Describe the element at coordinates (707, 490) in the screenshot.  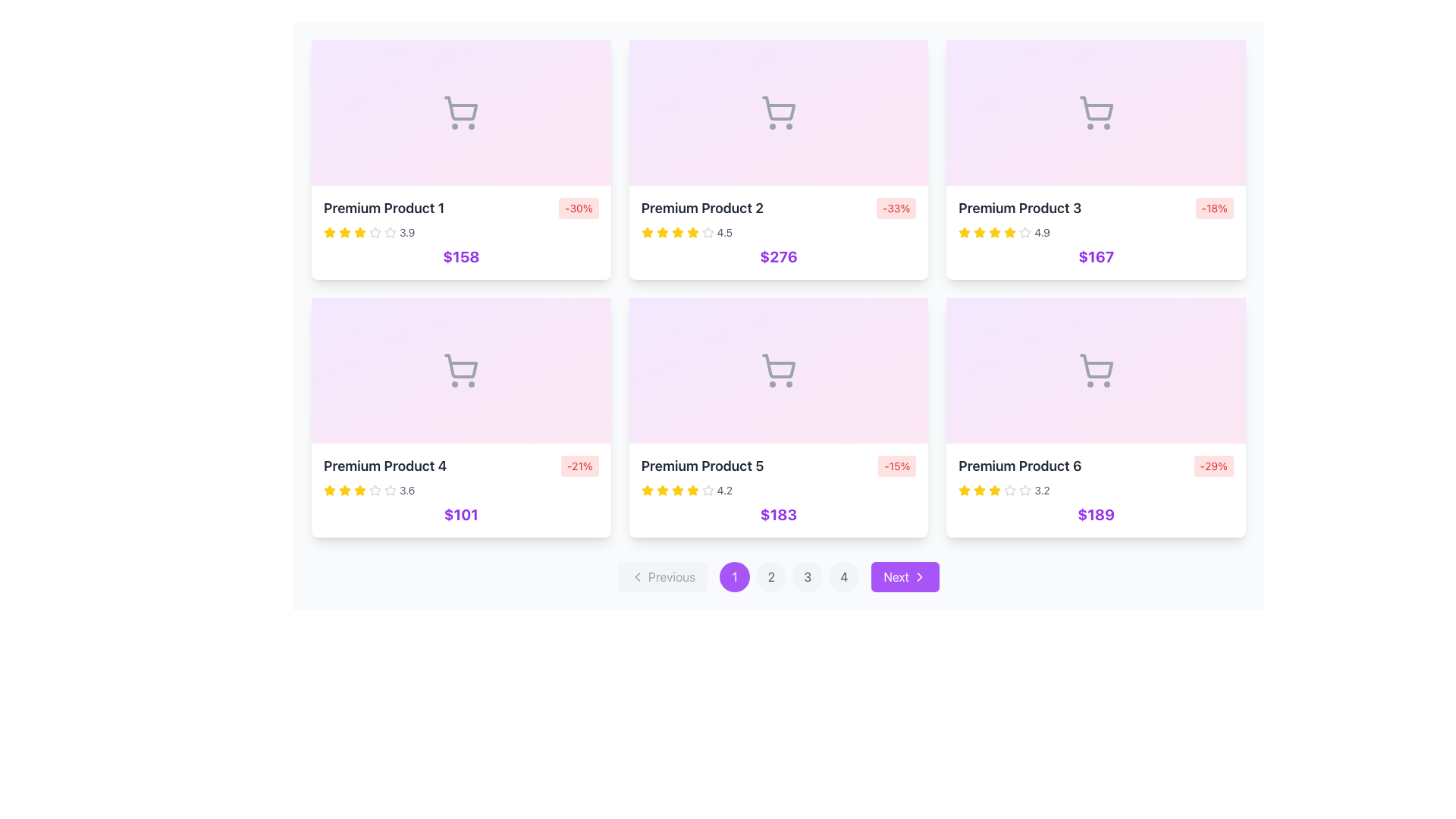
I see `the third star-shaped icon in the rating group located below 'Premium Product 5' and above the price '$183'` at that location.